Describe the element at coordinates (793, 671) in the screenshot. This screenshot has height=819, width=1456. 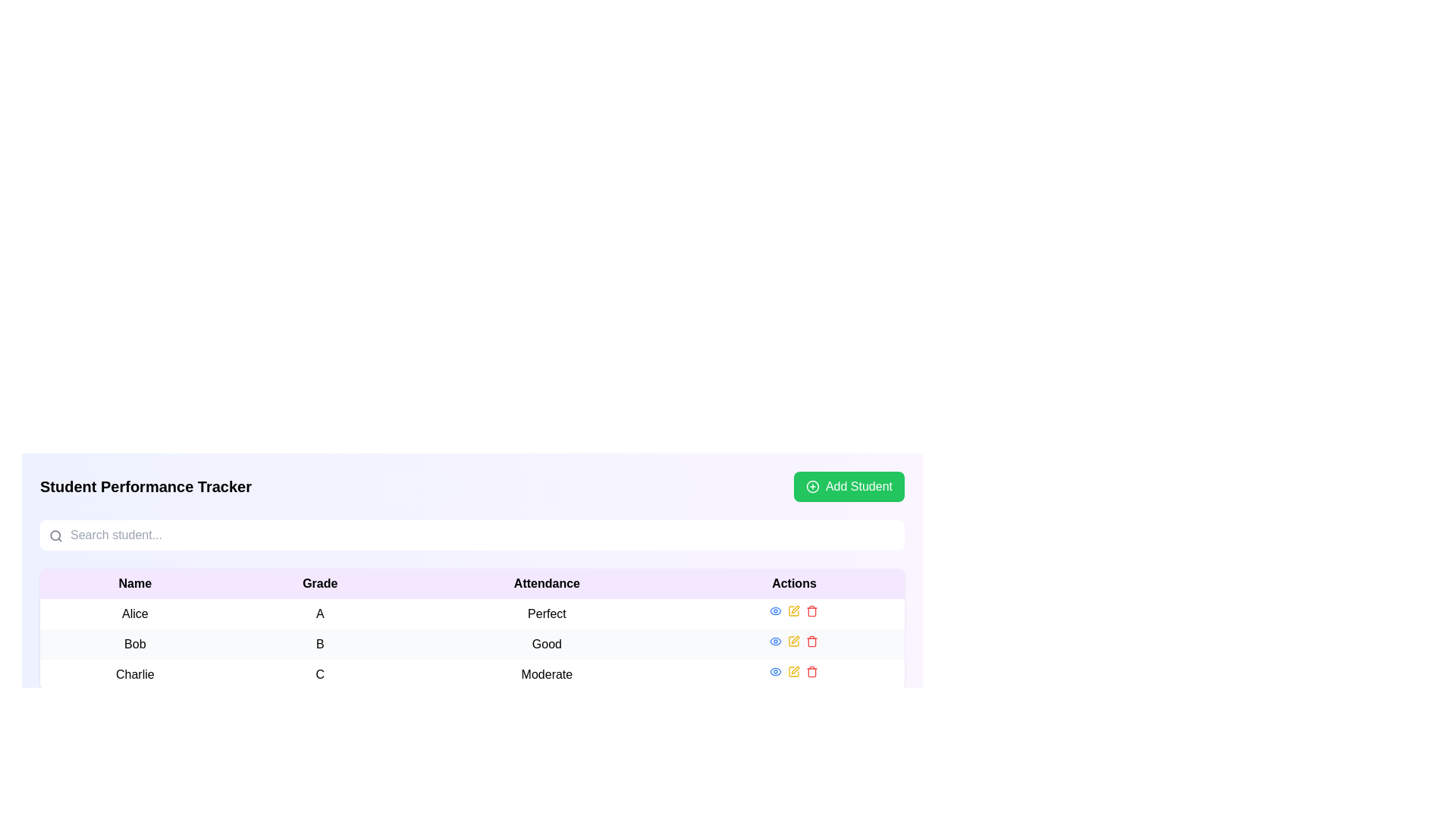
I see `the eye icon in the Actions column of the row representing 'Charlie'` at that location.